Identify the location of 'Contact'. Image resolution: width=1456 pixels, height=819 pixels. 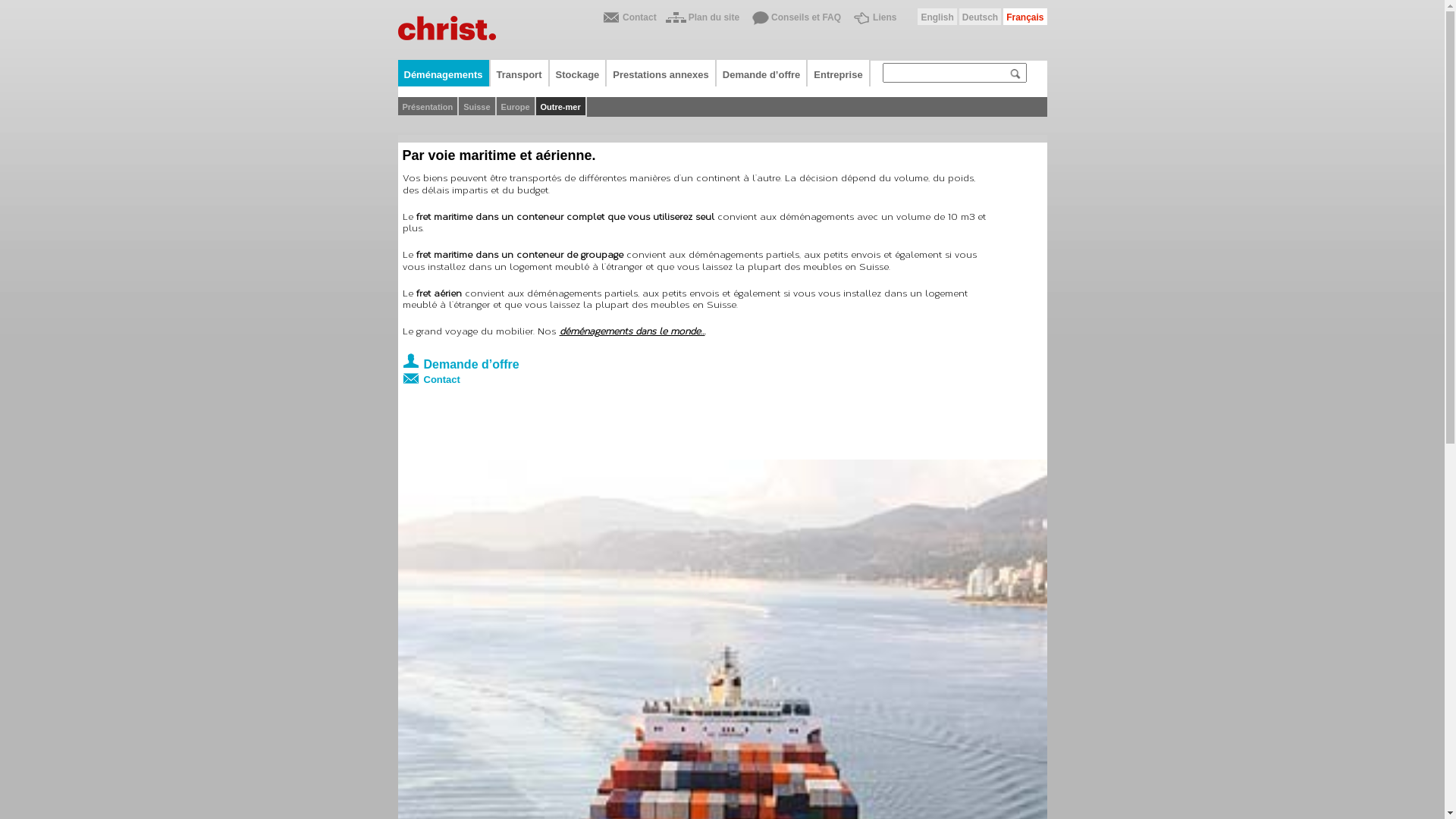
(693, 376).